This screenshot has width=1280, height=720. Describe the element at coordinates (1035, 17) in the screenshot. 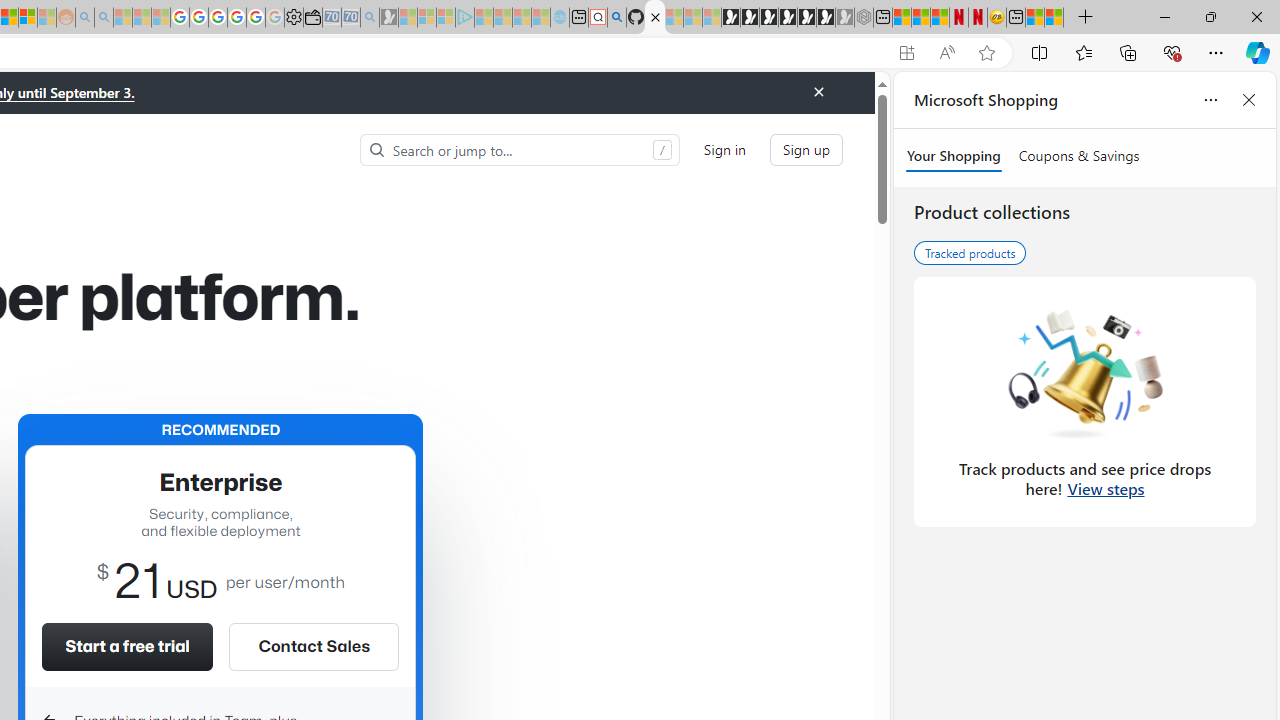

I see `'Wildlife - MSN'` at that location.